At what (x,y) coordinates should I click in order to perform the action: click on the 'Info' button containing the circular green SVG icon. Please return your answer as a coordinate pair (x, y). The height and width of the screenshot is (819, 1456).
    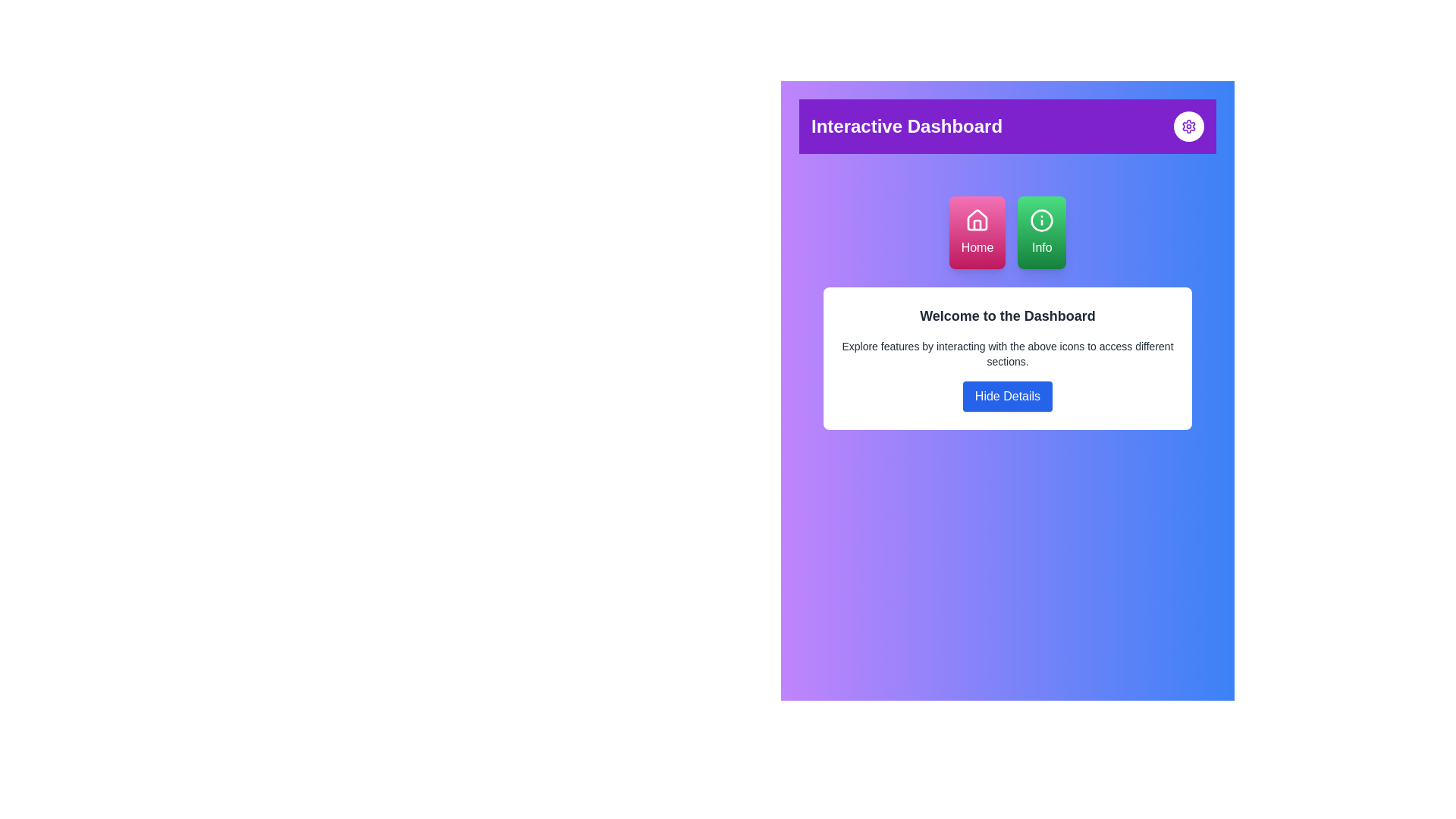
    Looking at the image, I should click on (1041, 220).